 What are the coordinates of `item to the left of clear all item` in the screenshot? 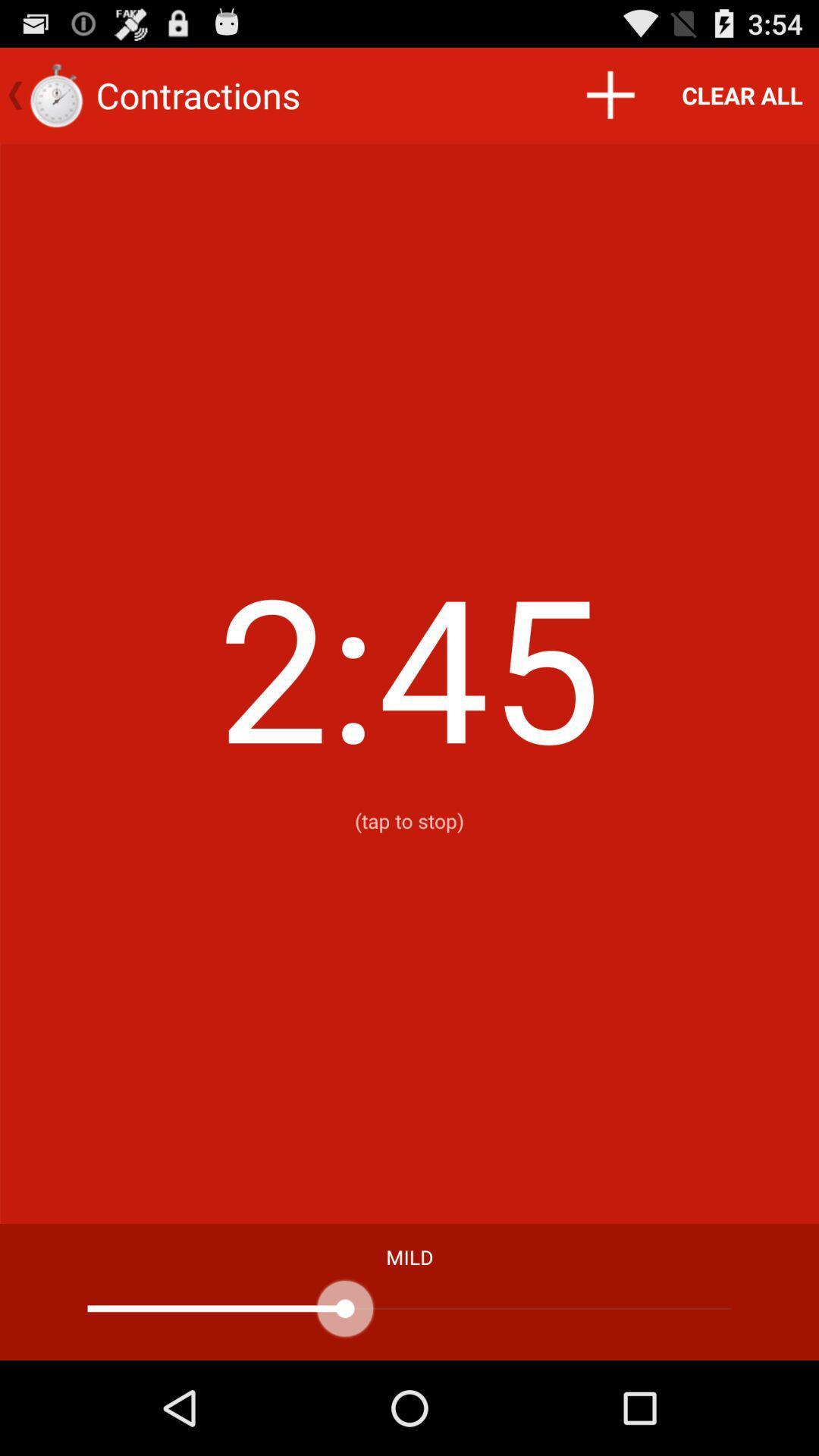 It's located at (609, 94).